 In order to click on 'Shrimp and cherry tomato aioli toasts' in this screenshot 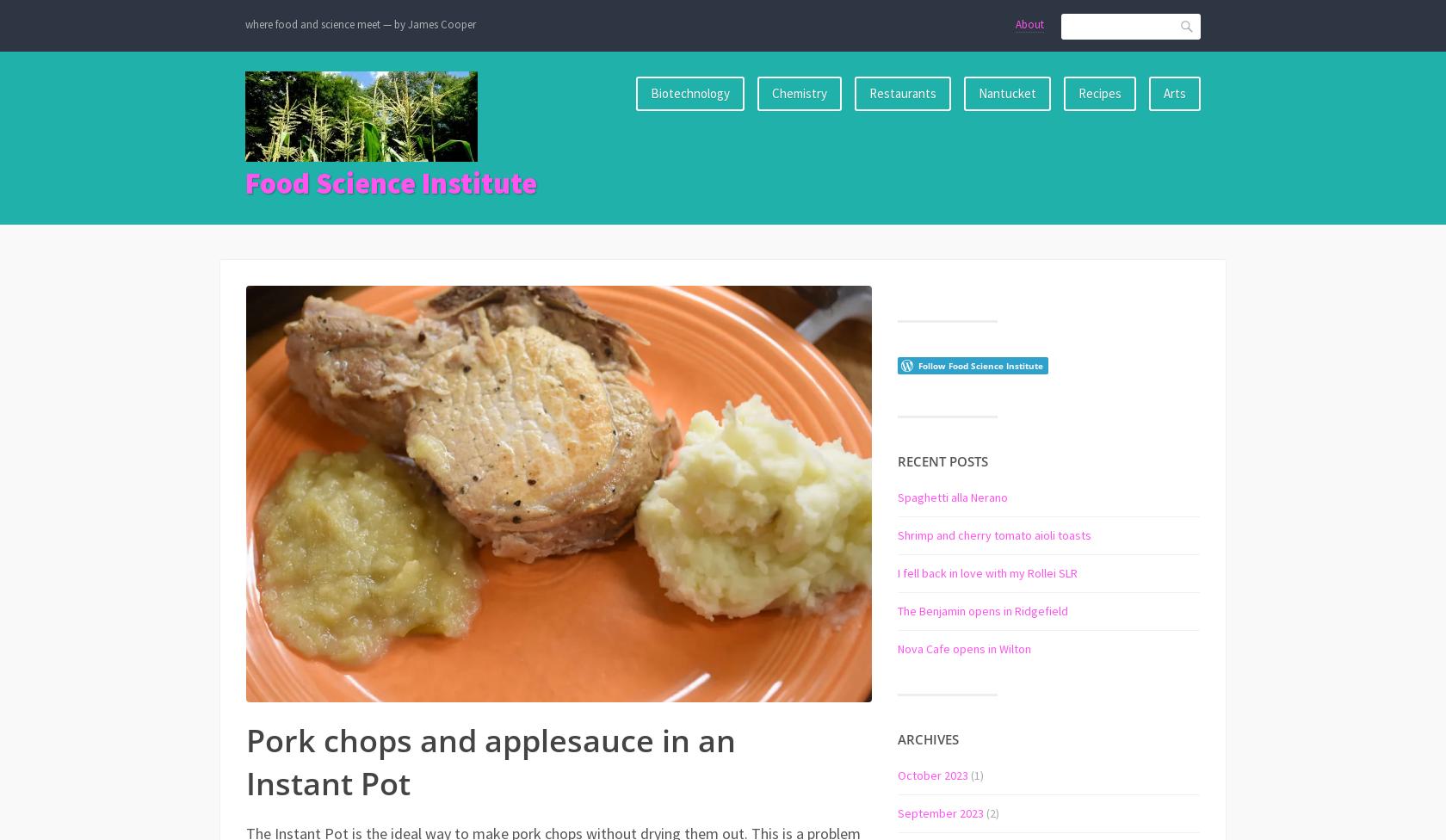, I will do `click(994, 534)`.